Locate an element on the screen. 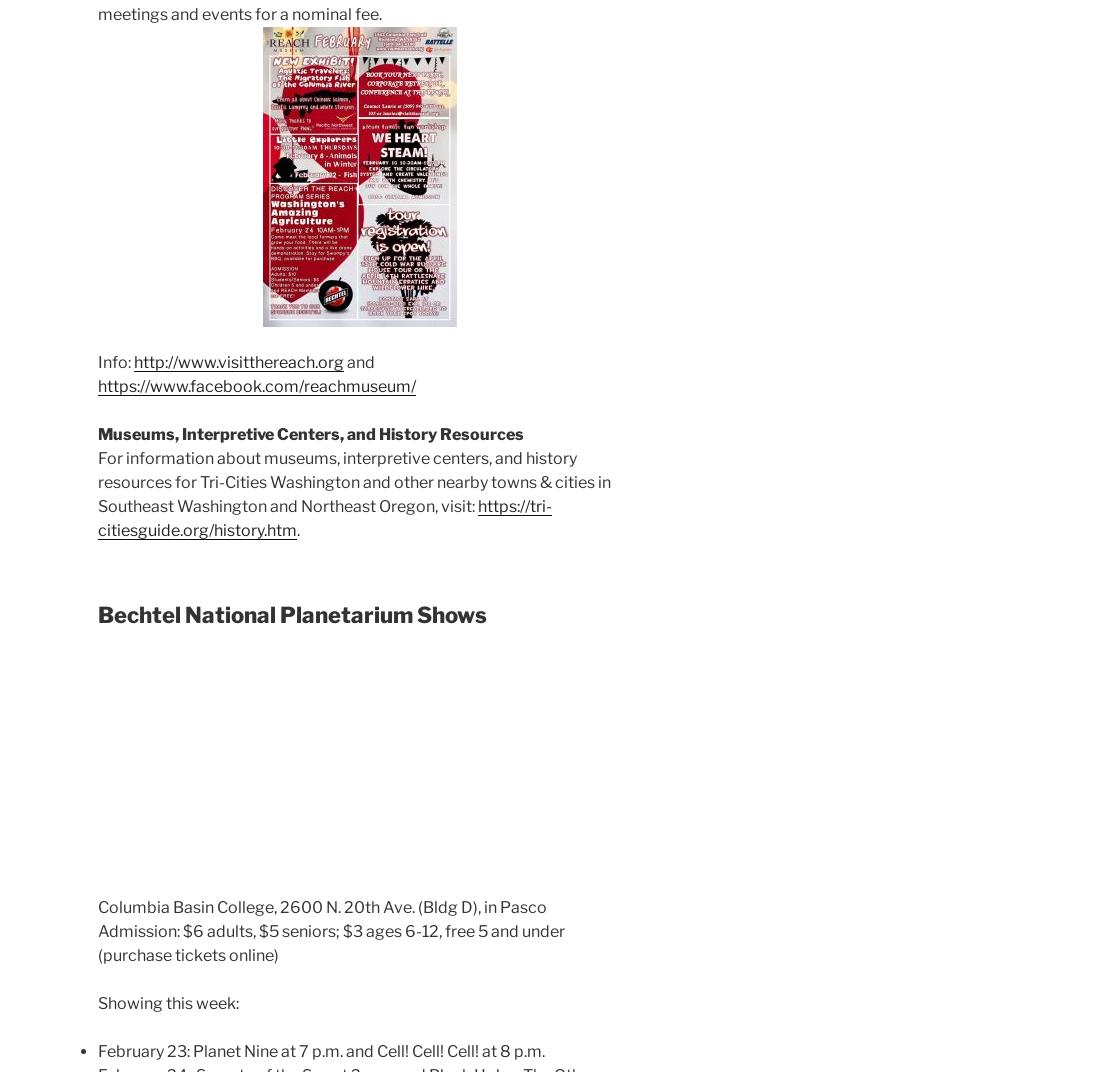  '.' is located at coordinates (297, 530).